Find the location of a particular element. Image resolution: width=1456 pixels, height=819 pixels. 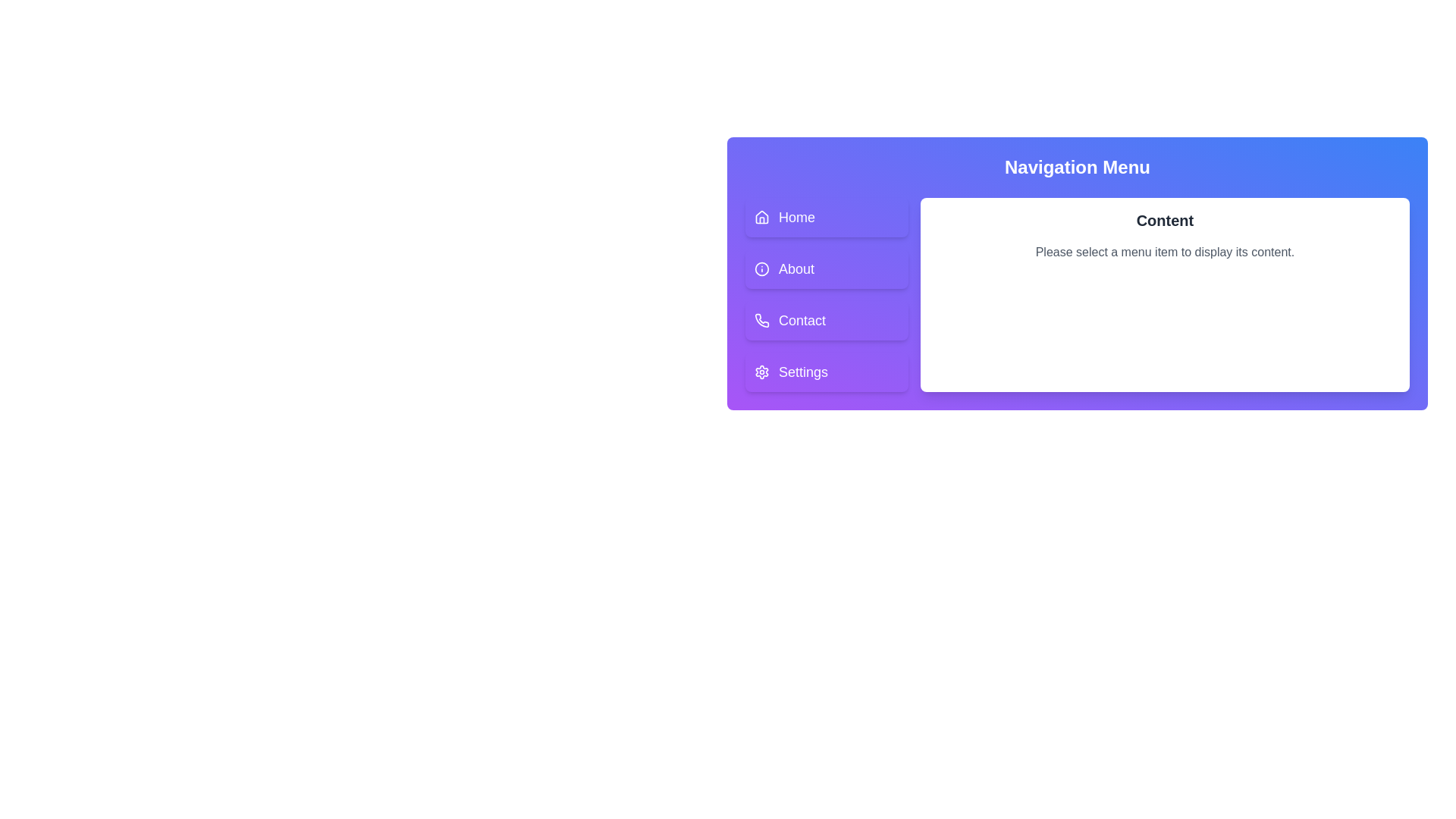

the 'Contact' text label styled in white against a purple background, located in the vertical navigation menu between 'About' and 'Settings' is located at coordinates (802, 320).